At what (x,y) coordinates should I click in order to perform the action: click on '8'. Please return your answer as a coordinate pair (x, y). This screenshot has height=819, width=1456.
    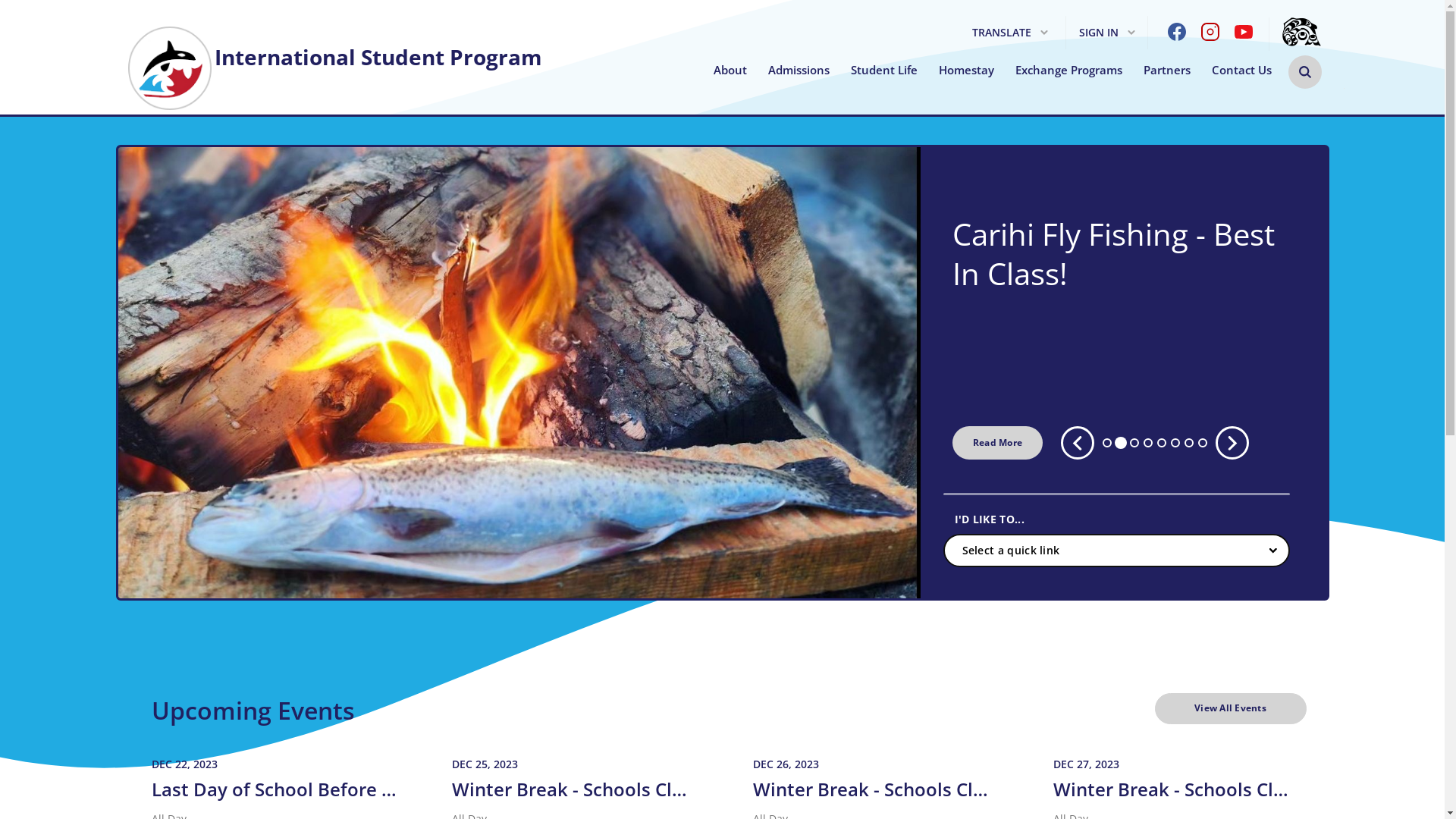
    Looking at the image, I should click on (1197, 442).